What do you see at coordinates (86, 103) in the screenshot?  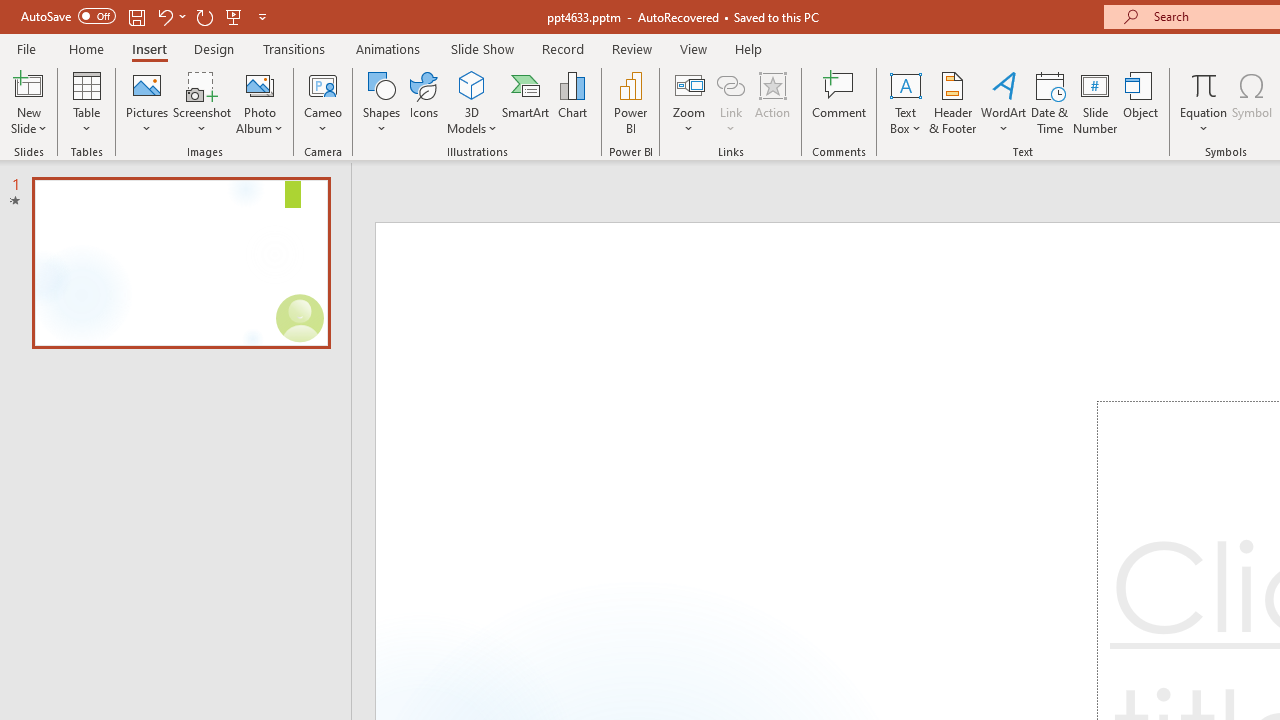 I see `'Table'` at bounding box center [86, 103].